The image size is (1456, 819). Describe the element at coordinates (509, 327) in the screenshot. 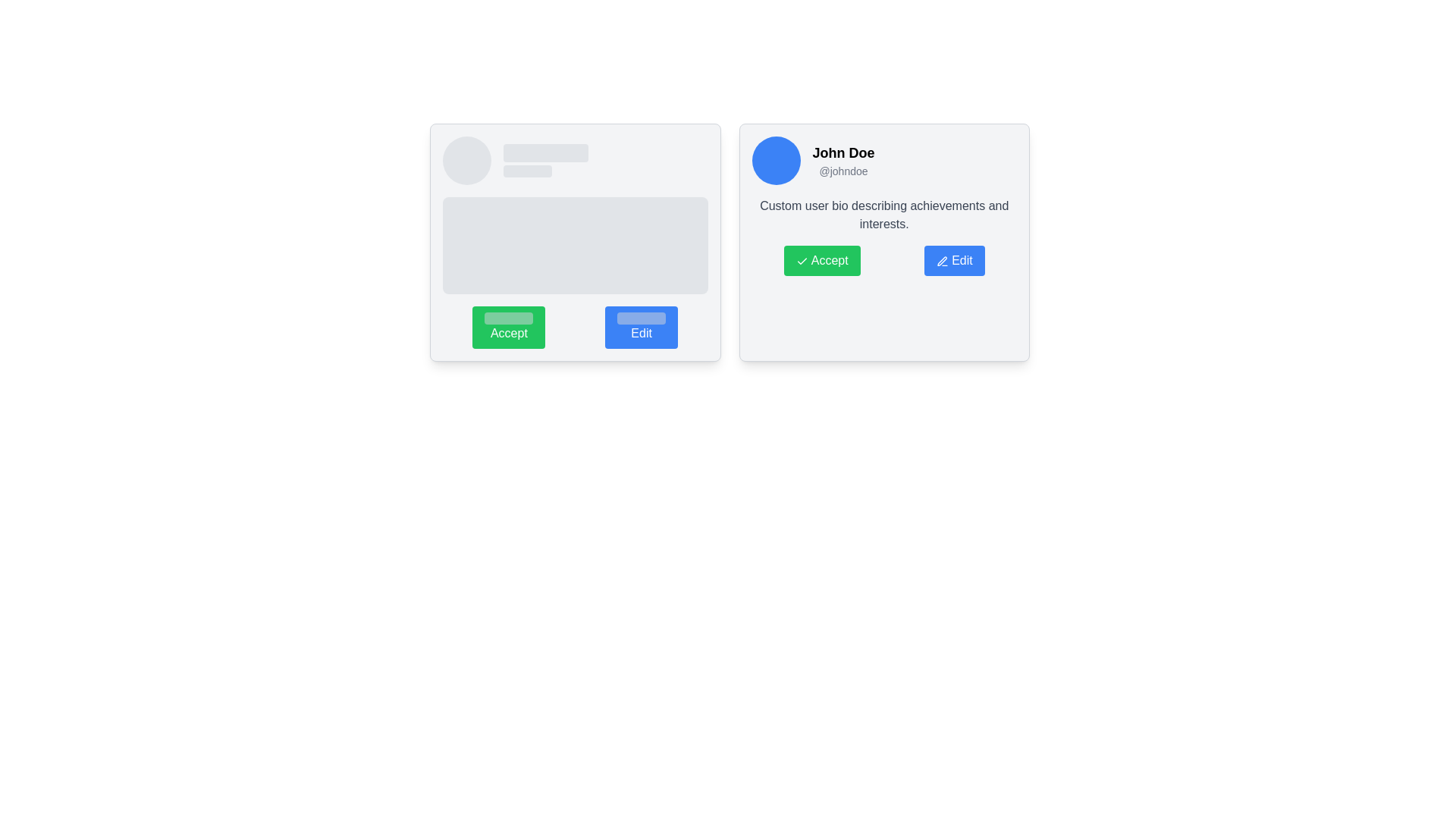

I see `the 'Accept' button, which has a green background and white text, located below a gray placeholder element and to the left of a blue 'Edit' button` at that location.